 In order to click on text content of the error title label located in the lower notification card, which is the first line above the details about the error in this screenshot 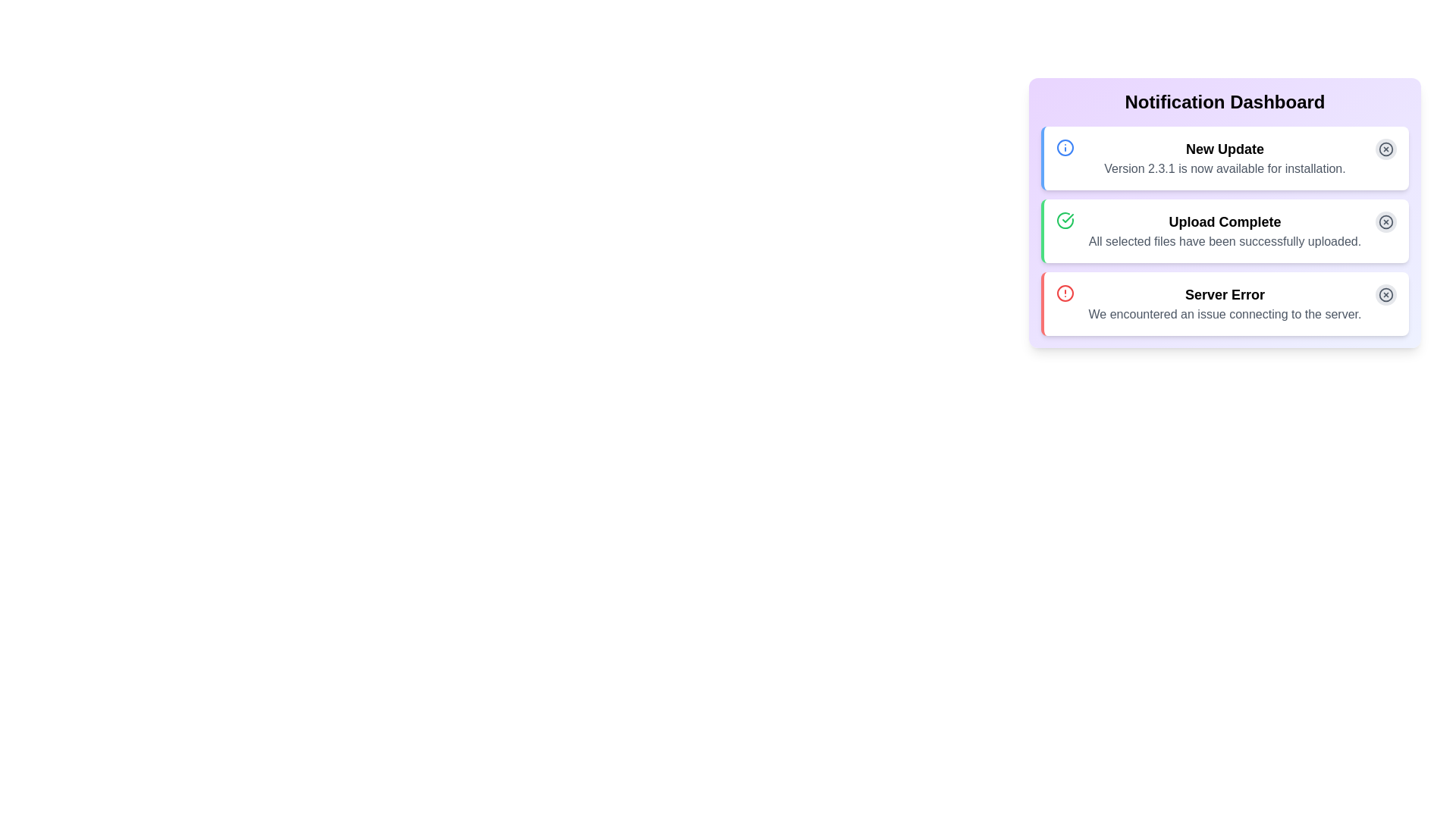, I will do `click(1225, 295)`.